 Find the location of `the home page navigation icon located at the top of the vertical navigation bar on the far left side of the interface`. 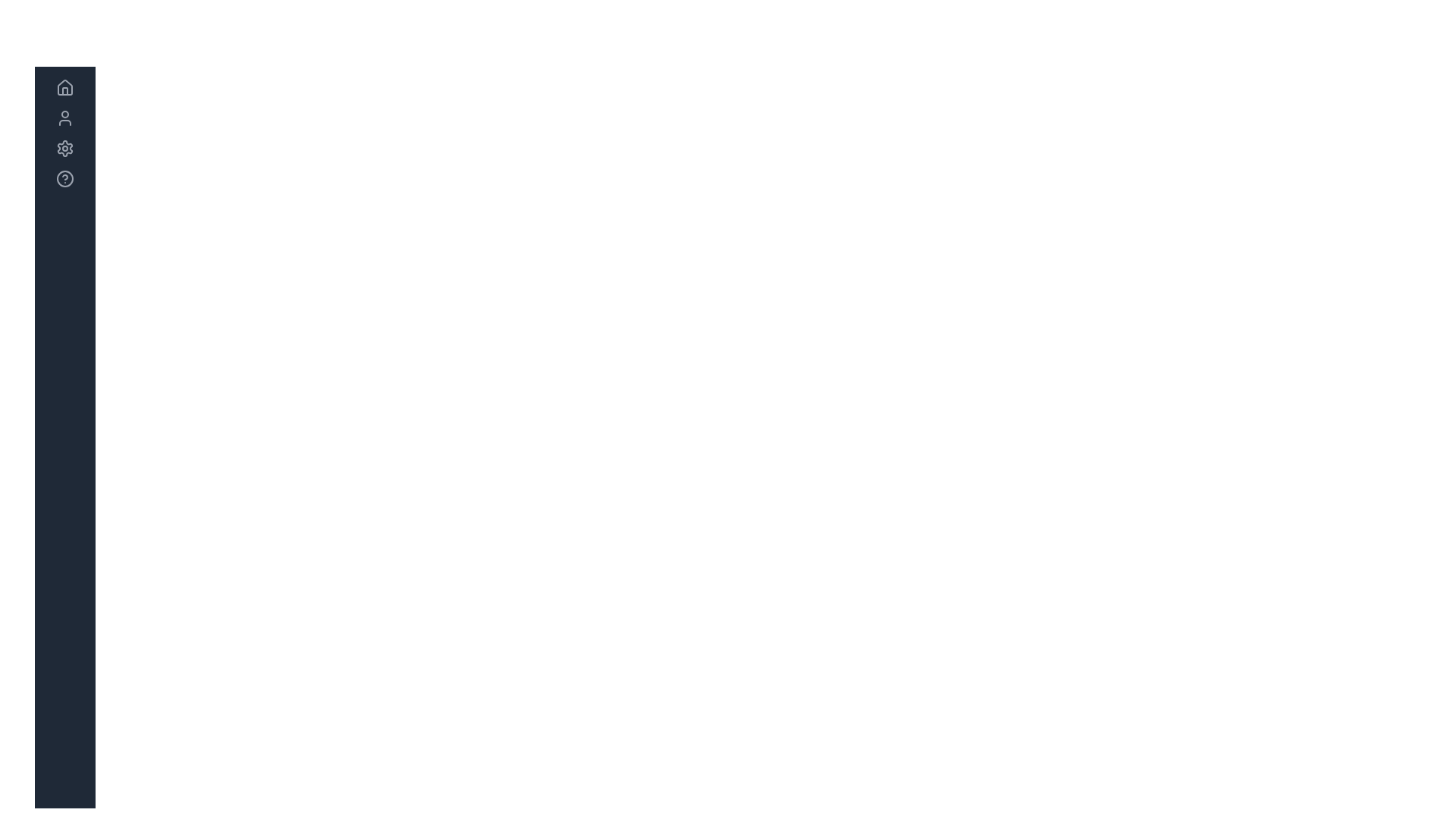

the home page navigation icon located at the top of the vertical navigation bar on the far left side of the interface is located at coordinates (64, 87).